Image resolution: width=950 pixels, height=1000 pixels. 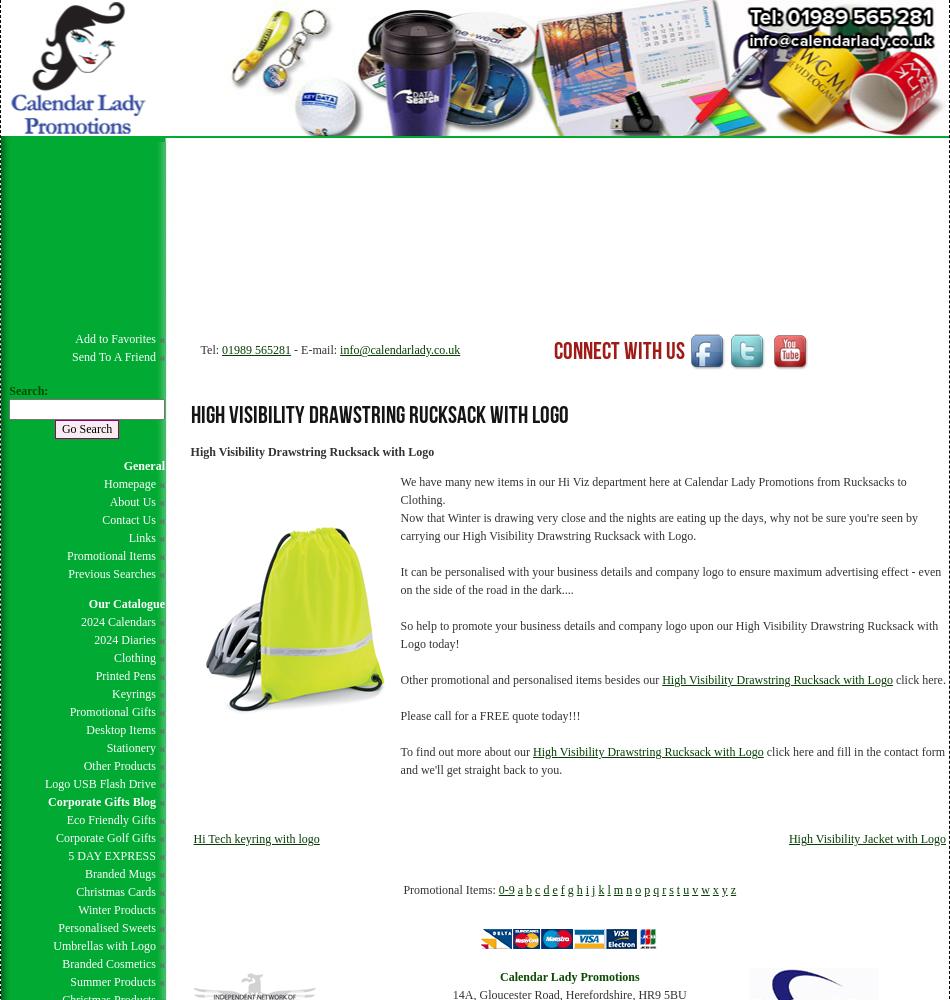 What do you see at coordinates (600, 890) in the screenshot?
I see `'k'` at bounding box center [600, 890].